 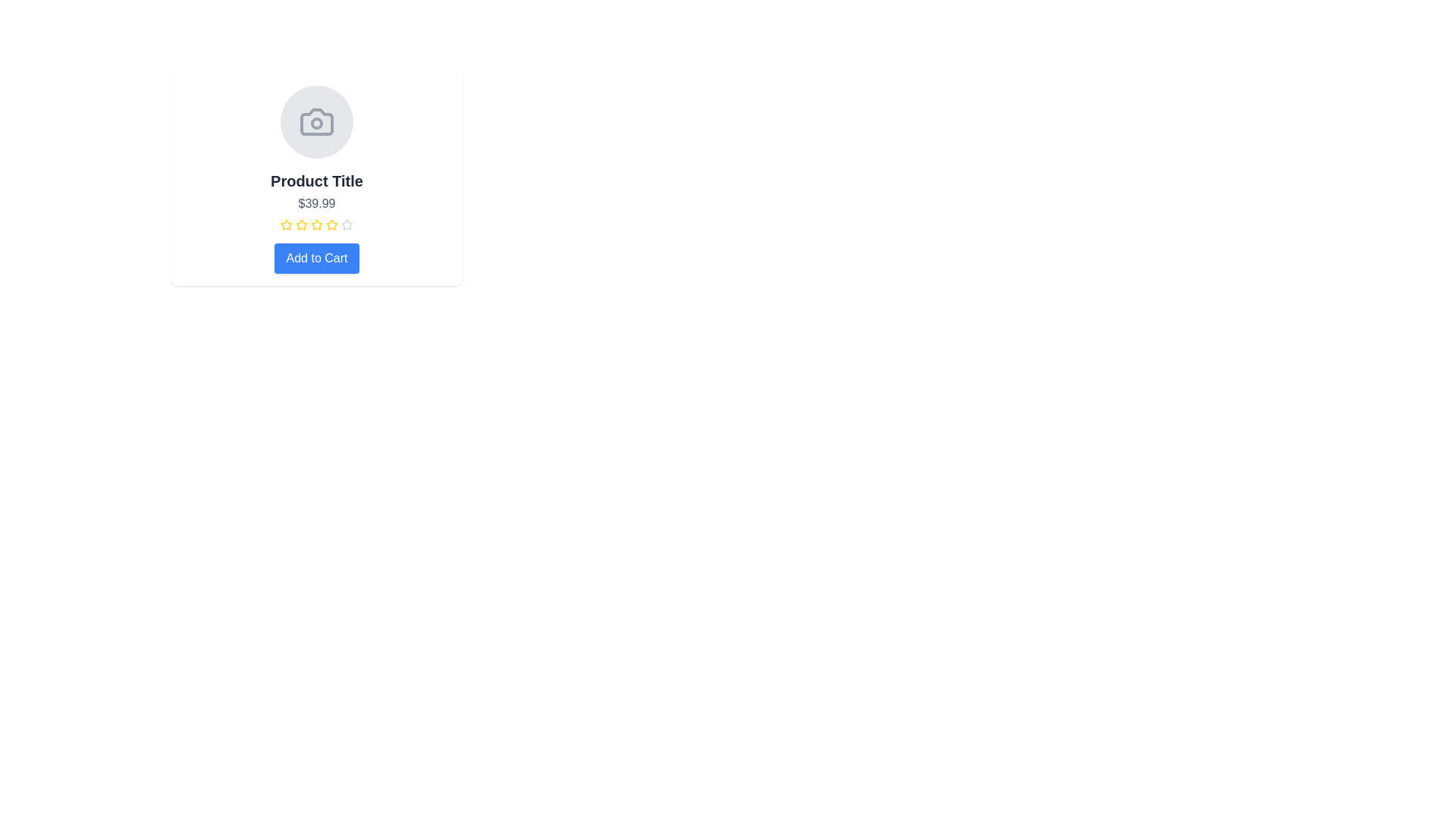 What do you see at coordinates (315, 257) in the screenshot?
I see `the button located centrally beneath the rating stars and the price text '$39.99'` at bounding box center [315, 257].